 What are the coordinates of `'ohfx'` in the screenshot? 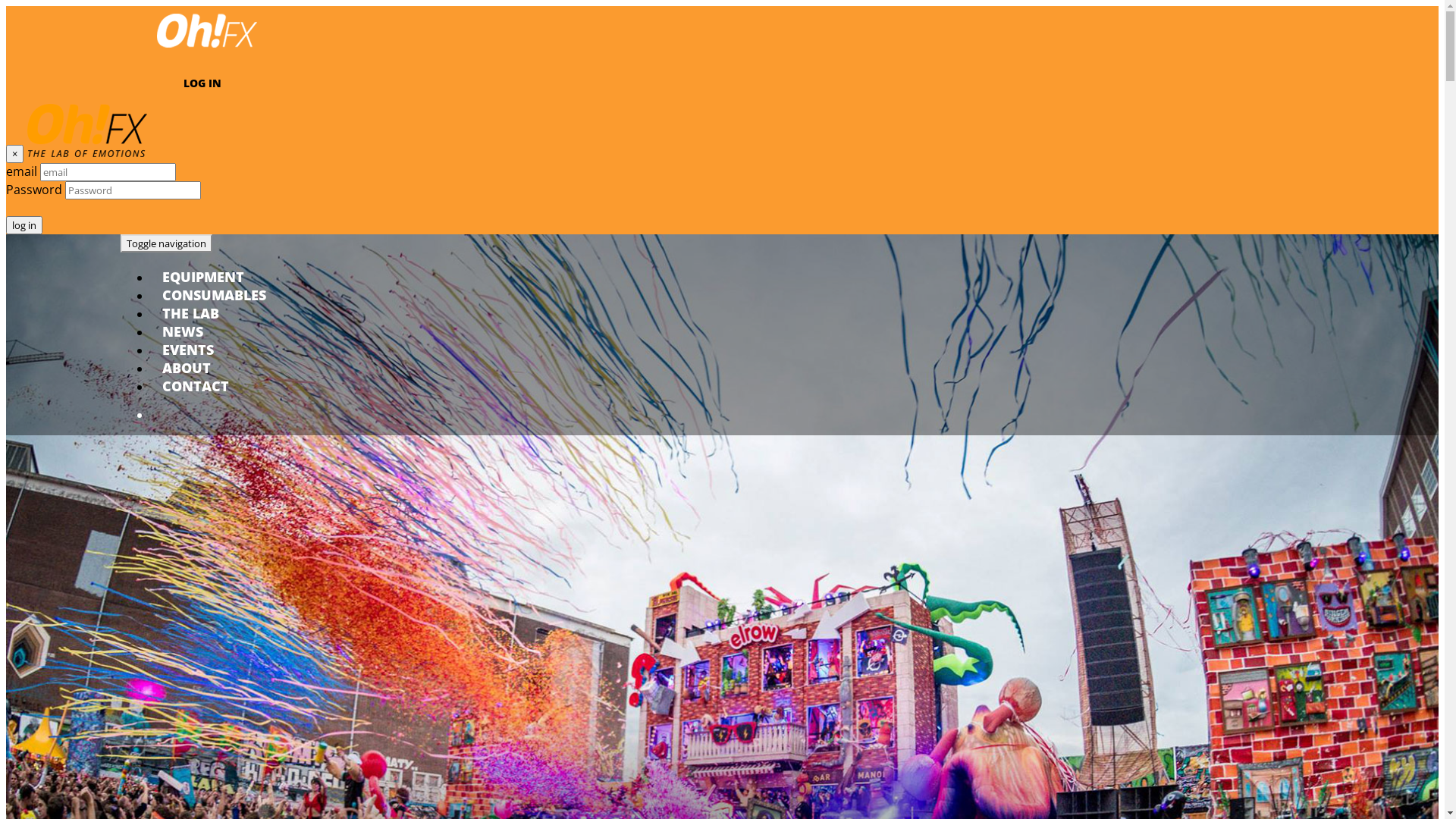 It's located at (206, 49).